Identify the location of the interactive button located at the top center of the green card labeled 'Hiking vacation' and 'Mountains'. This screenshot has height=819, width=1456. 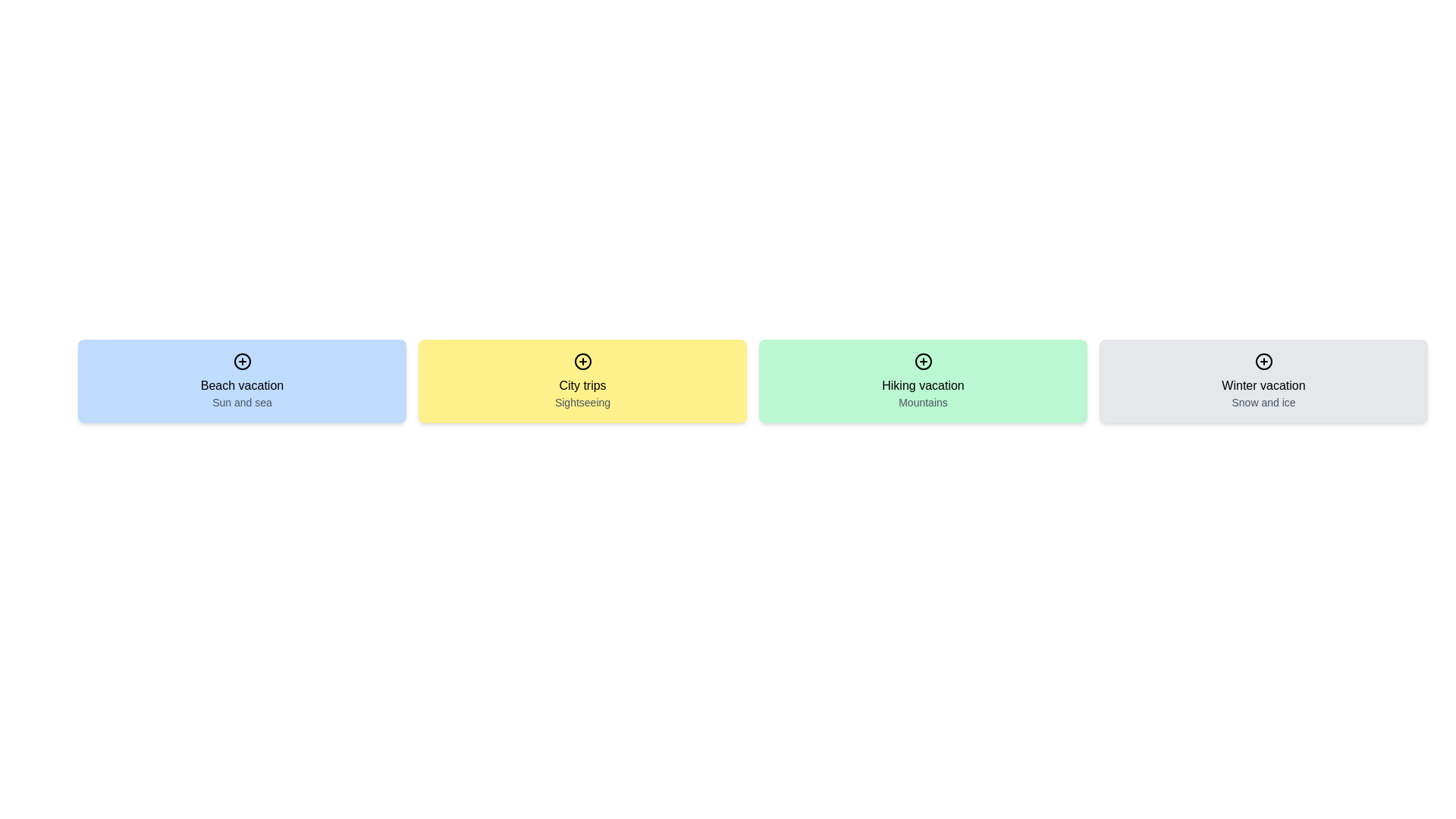
(922, 362).